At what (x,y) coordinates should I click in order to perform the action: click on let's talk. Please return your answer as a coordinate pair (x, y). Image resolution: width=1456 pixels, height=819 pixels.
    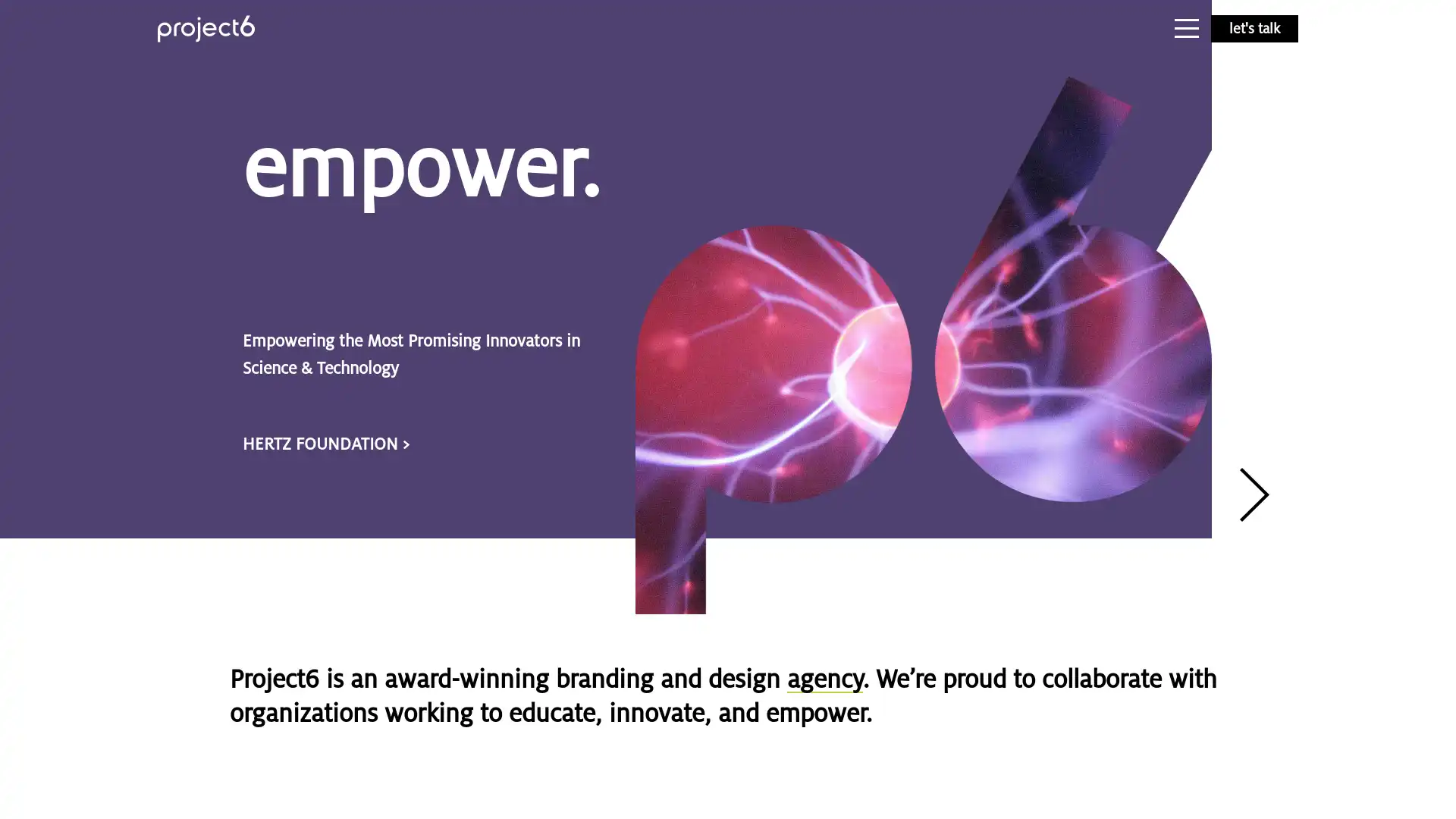
    Looking at the image, I should click on (1254, 29).